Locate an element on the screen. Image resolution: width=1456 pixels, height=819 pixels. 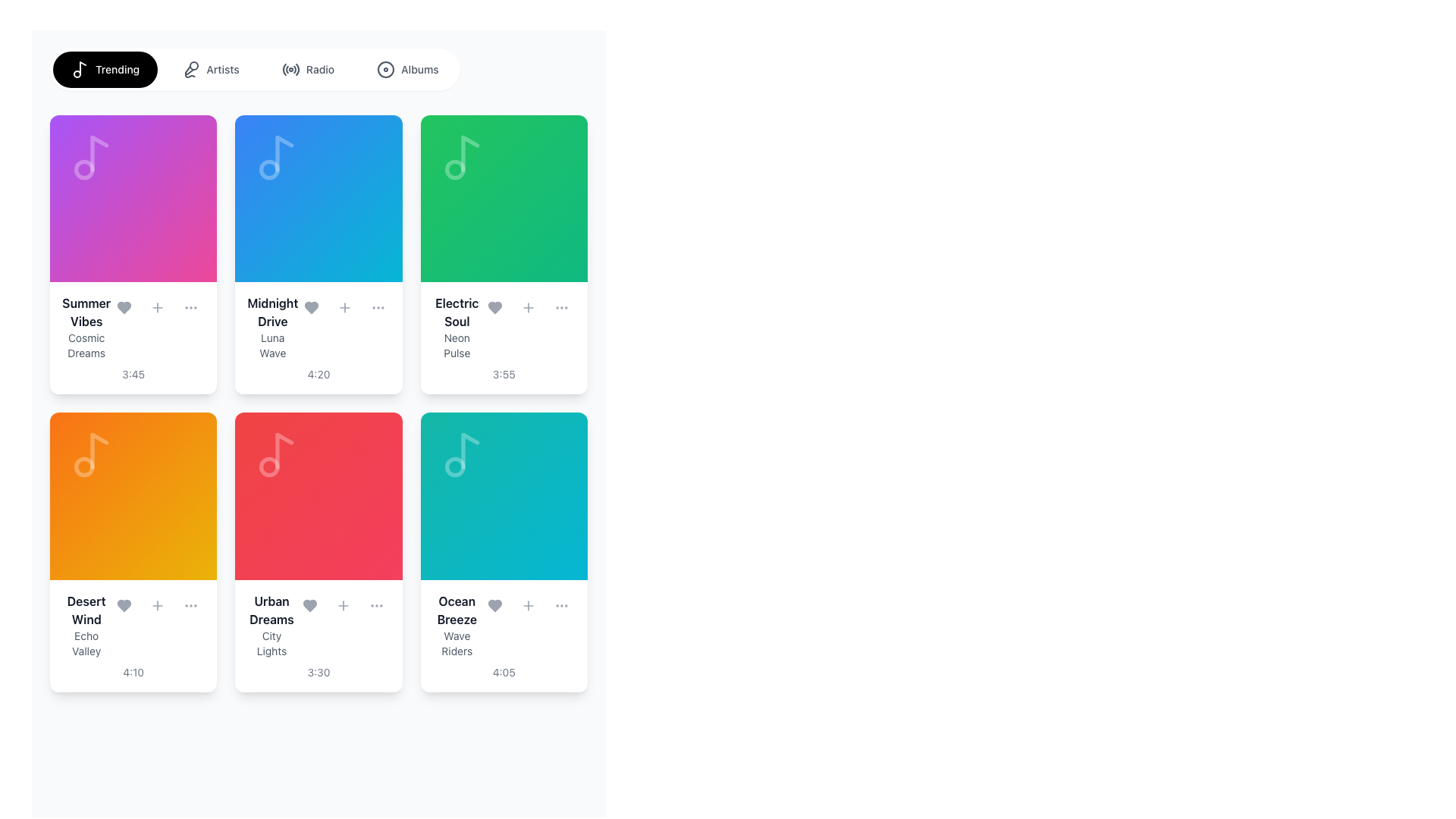
the music track listing card located in the bottom left of the second row of the grid layout is located at coordinates (133, 635).